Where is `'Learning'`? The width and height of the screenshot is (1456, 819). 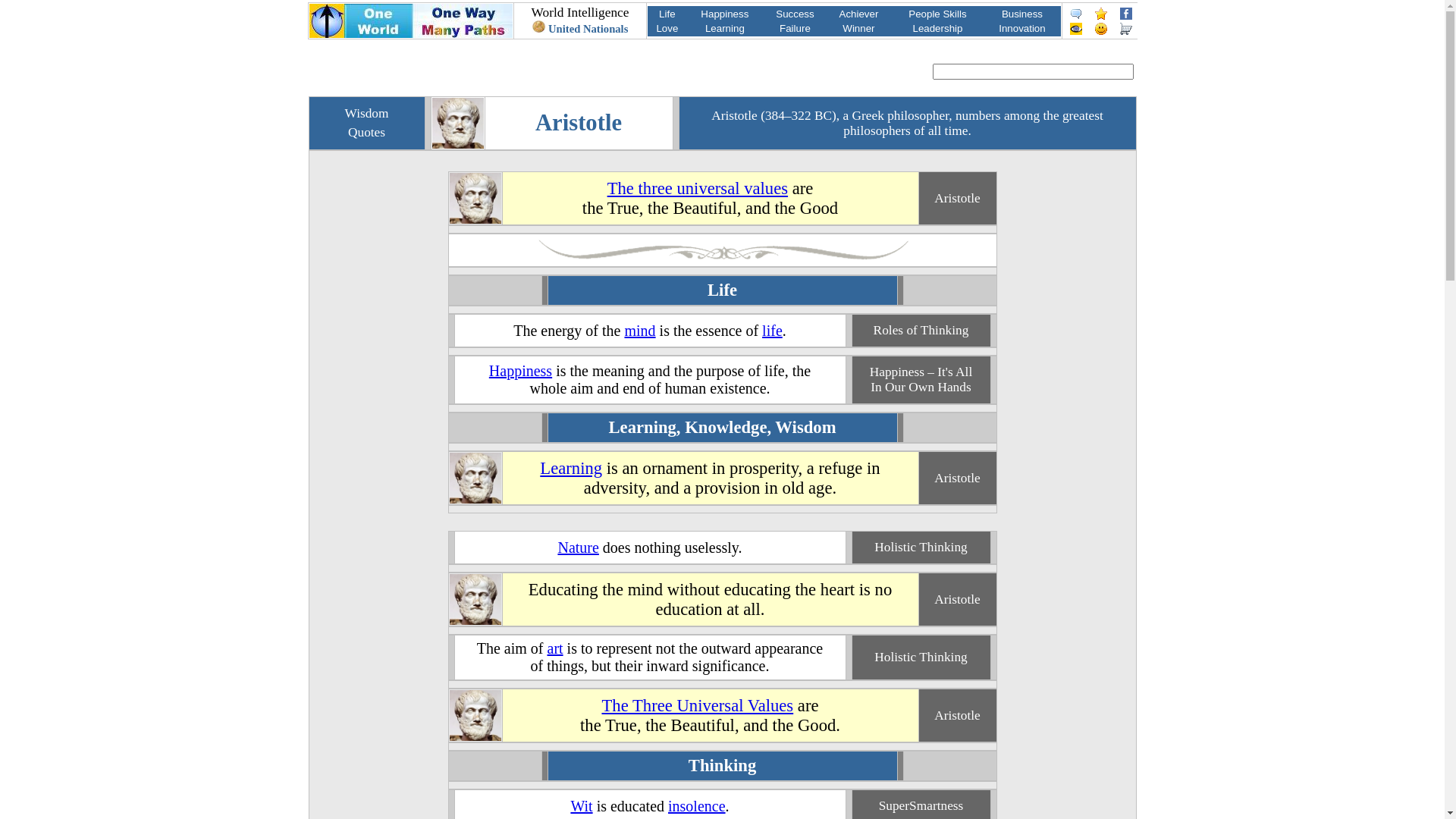
'Learning' is located at coordinates (539, 466).